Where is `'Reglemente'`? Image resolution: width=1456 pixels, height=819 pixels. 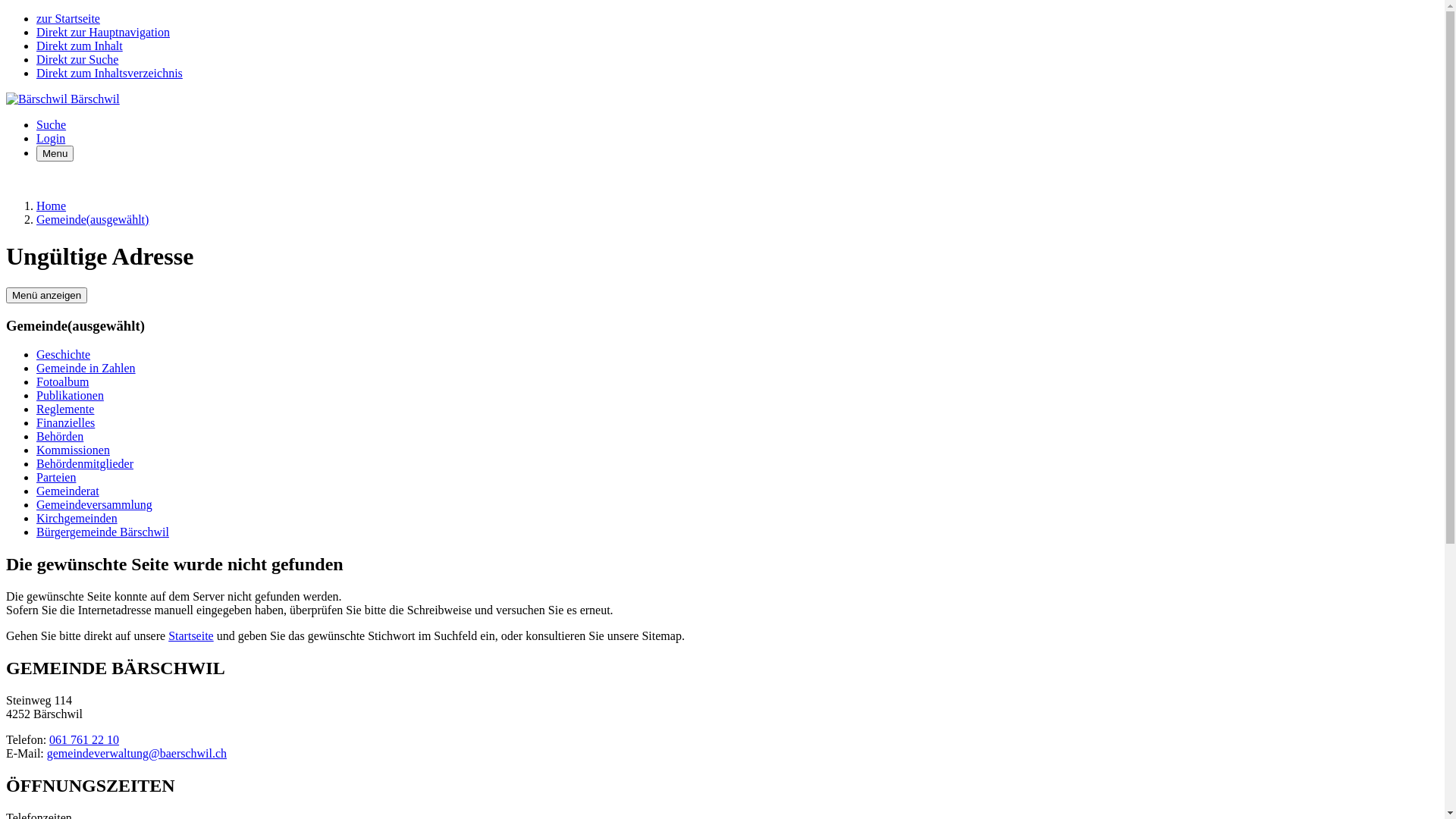 'Reglemente' is located at coordinates (64, 408).